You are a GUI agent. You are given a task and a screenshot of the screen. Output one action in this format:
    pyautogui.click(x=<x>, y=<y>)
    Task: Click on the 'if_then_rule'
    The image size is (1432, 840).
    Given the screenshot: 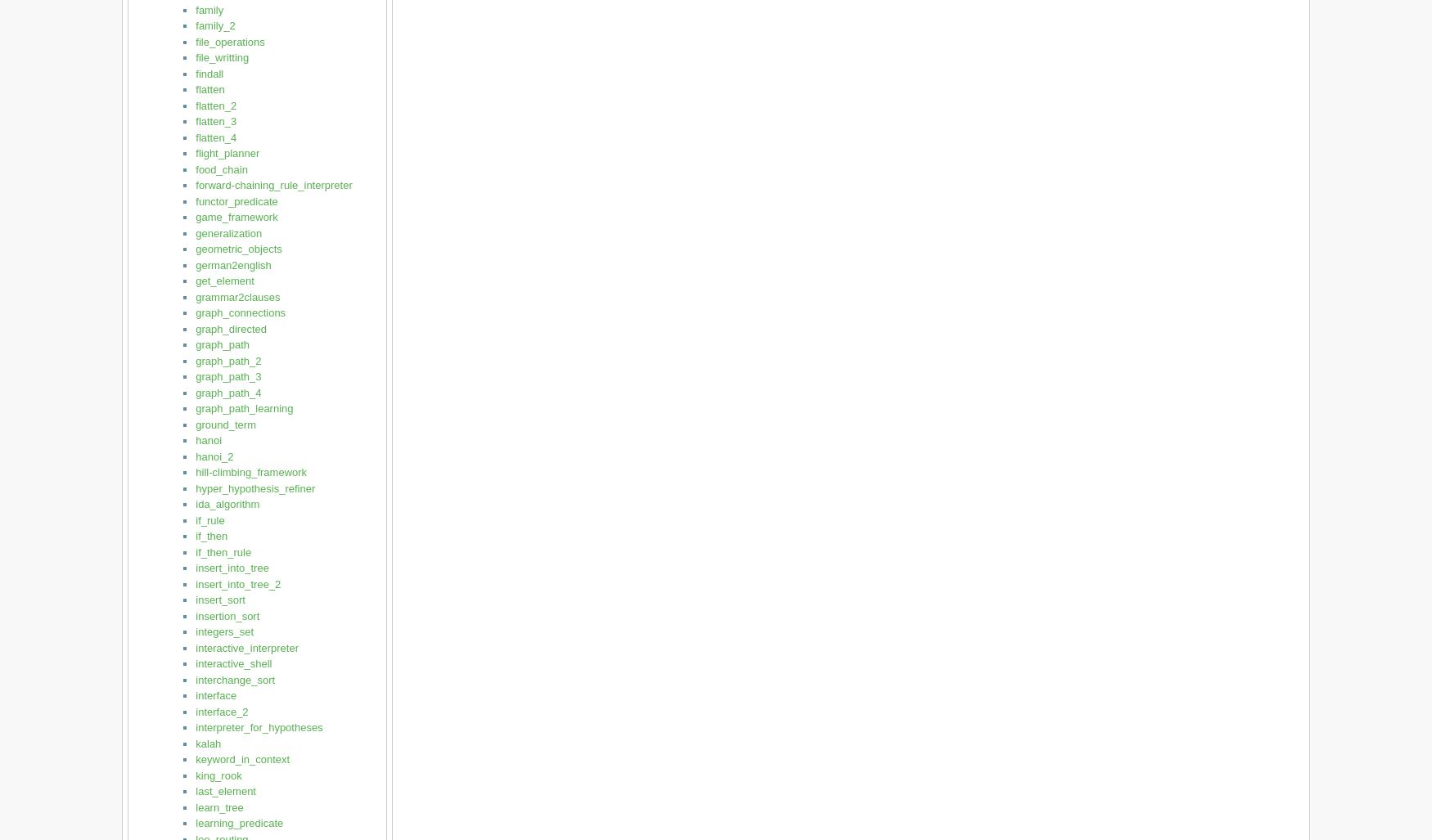 What is the action you would take?
    pyautogui.click(x=223, y=550)
    